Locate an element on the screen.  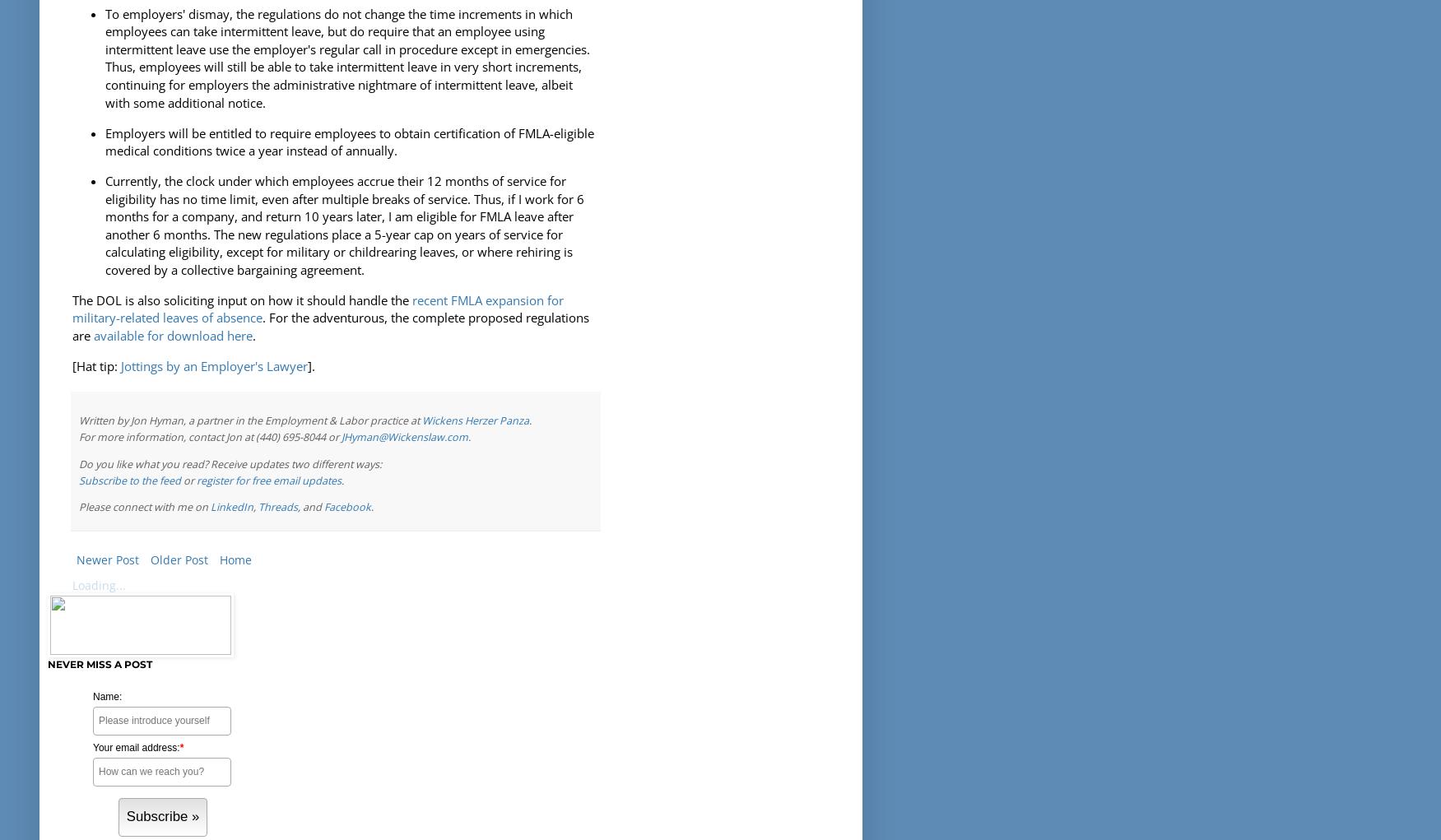
'or' is located at coordinates (188, 479).